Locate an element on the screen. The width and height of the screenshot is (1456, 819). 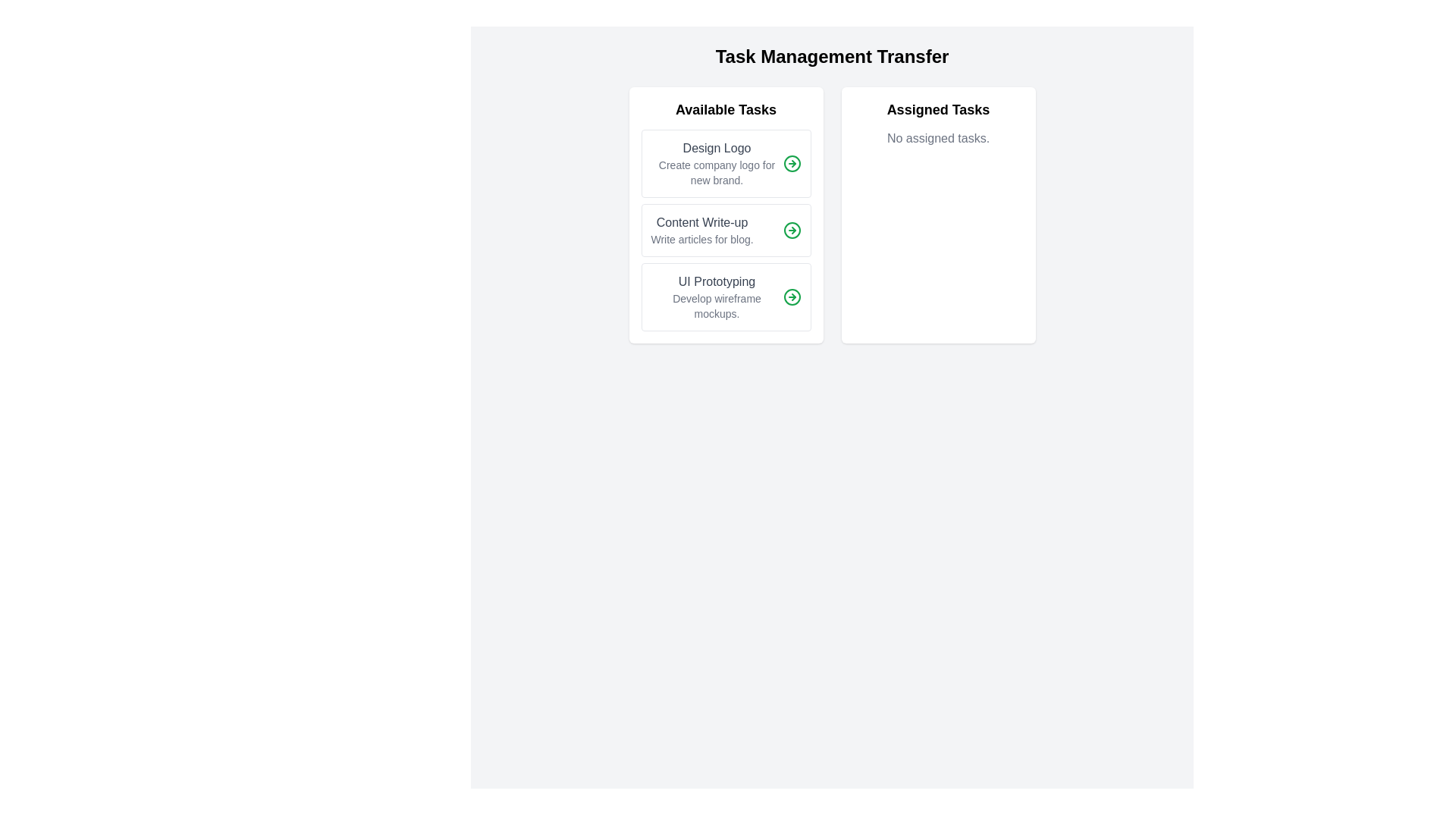
task information from the first card labeled 'Design Logo' located in the 'Available Tasks' column on the left side of the interface is located at coordinates (725, 164).